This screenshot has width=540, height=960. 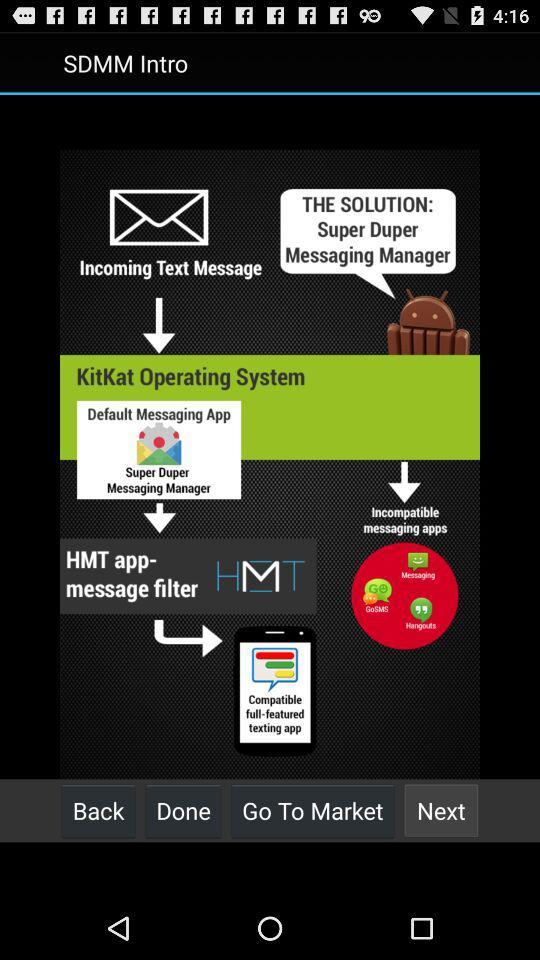 I want to click on the item above the back button, so click(x=270, y=464).